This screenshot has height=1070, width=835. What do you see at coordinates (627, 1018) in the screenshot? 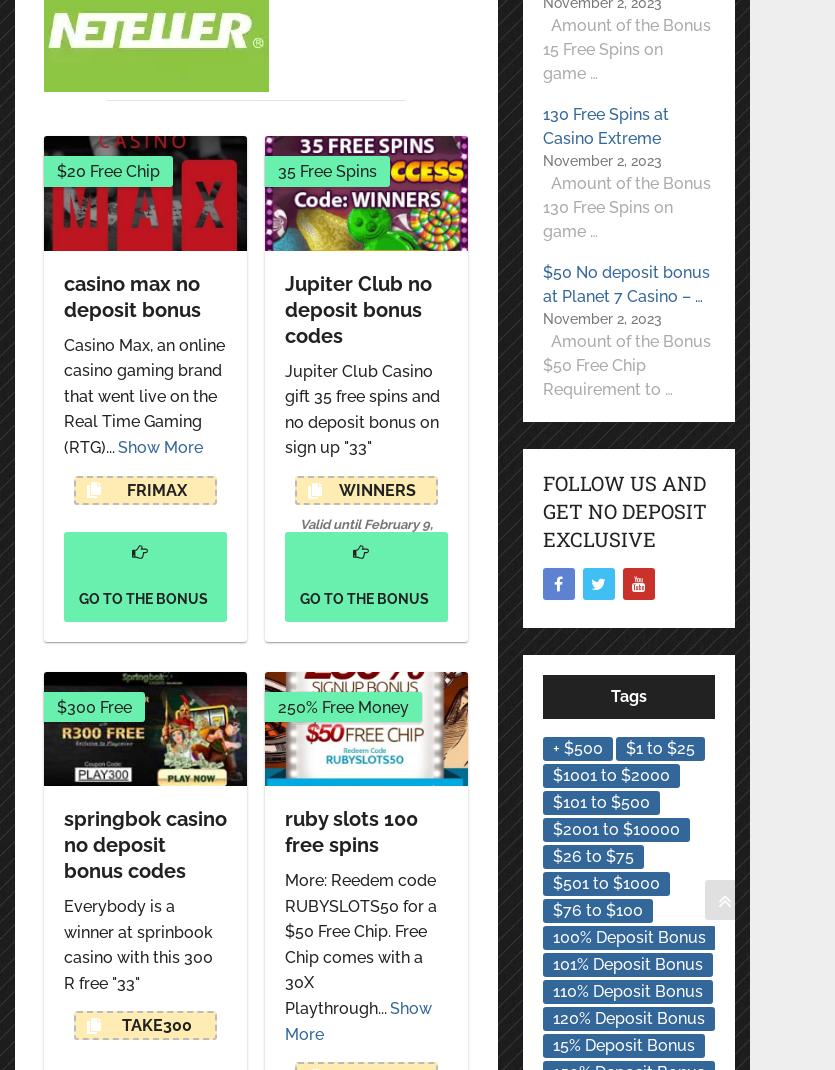
I see `'120% Deposit Bonus'` at bounding box center [627, 1018].